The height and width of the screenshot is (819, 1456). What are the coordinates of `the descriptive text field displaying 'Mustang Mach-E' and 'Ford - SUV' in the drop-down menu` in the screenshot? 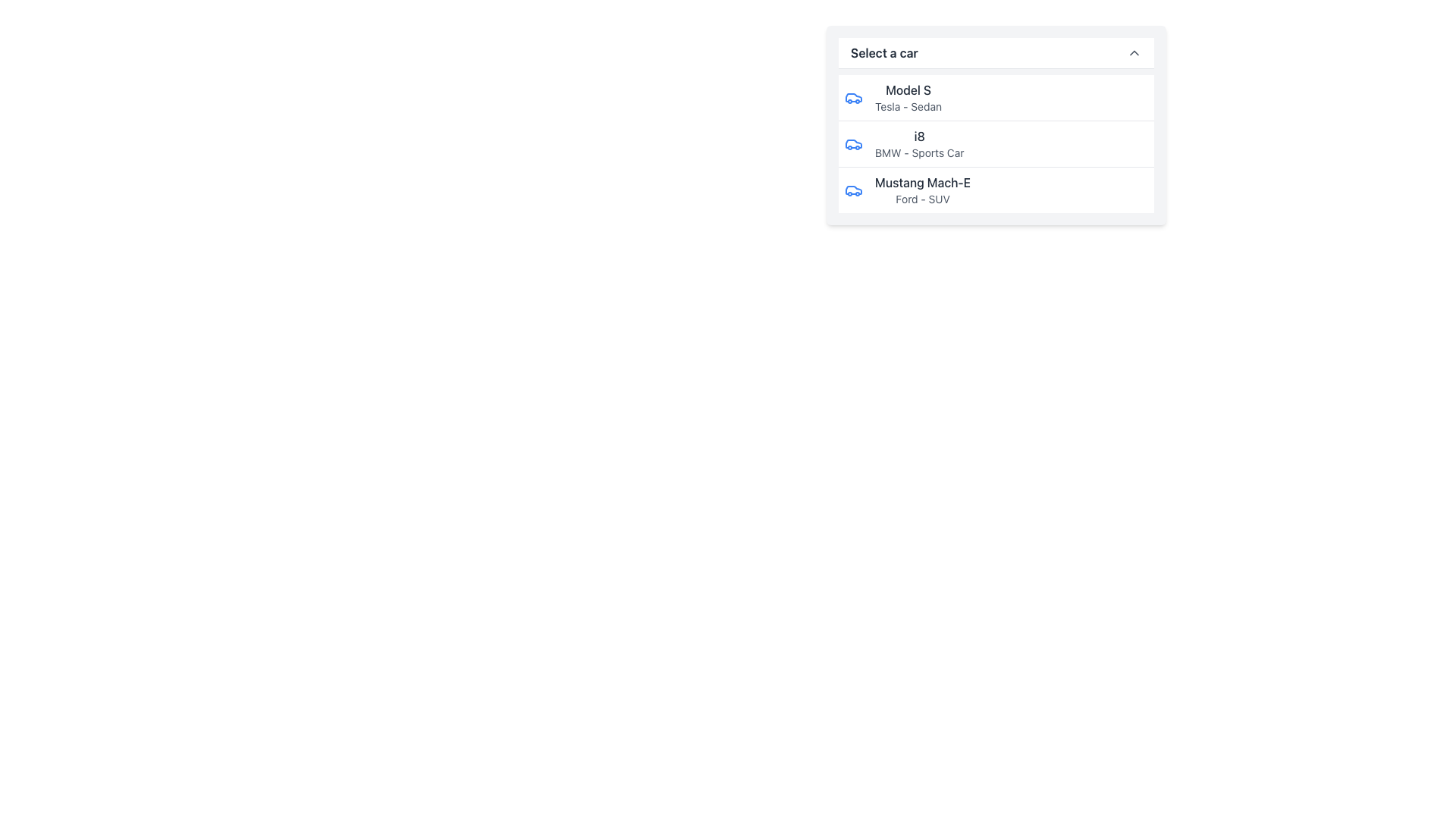 It's located at (922, 189).